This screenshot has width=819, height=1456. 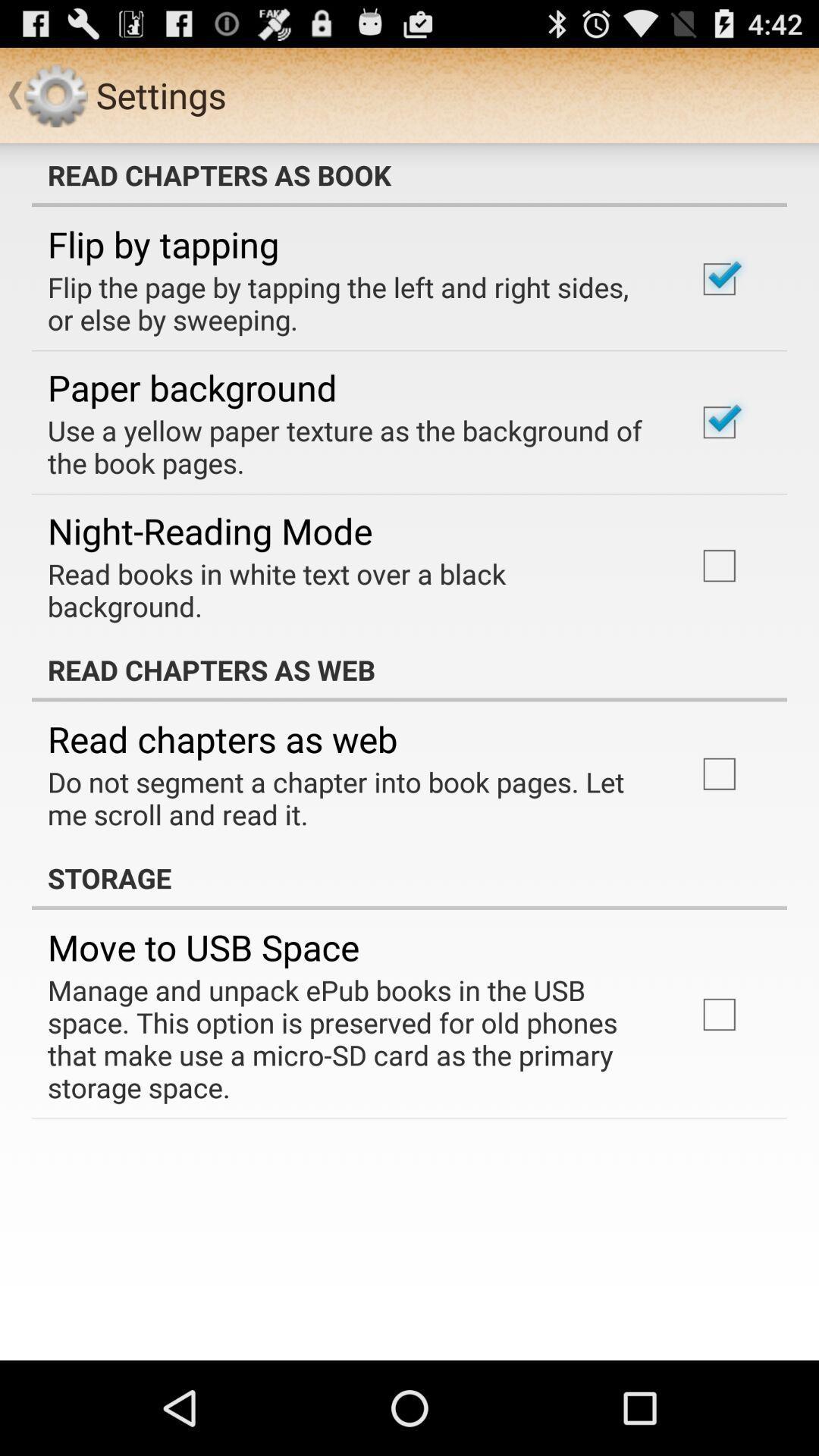 What do you see at coordinates (351, 303) in the screenshot?
I see `flip the page item` at bounding box center [351, 303].